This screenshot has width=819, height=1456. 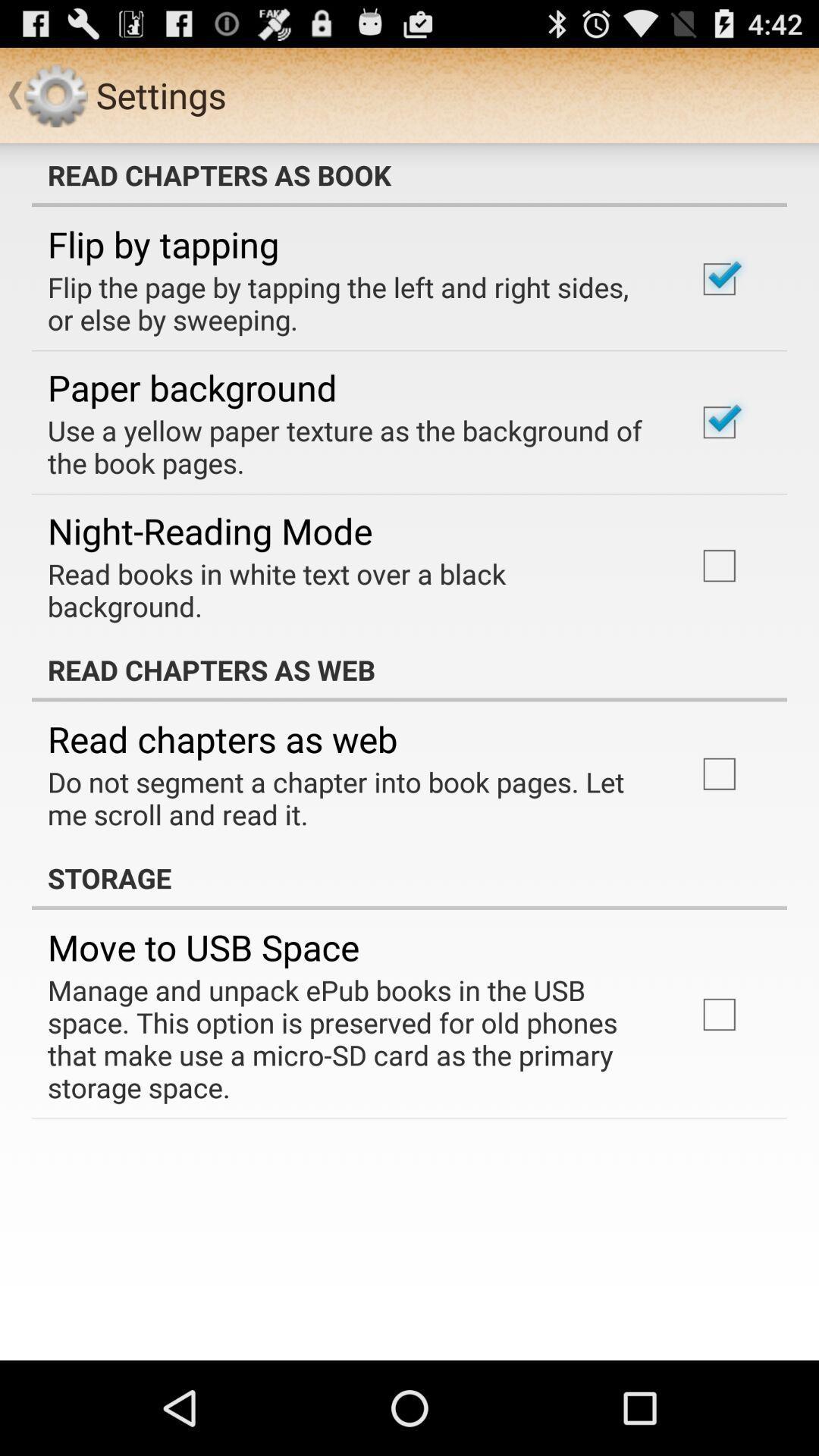 What do you see at coordinates (351, 303) in the screenshot?
I see `flip the page item` at bounding box center [351, 303].